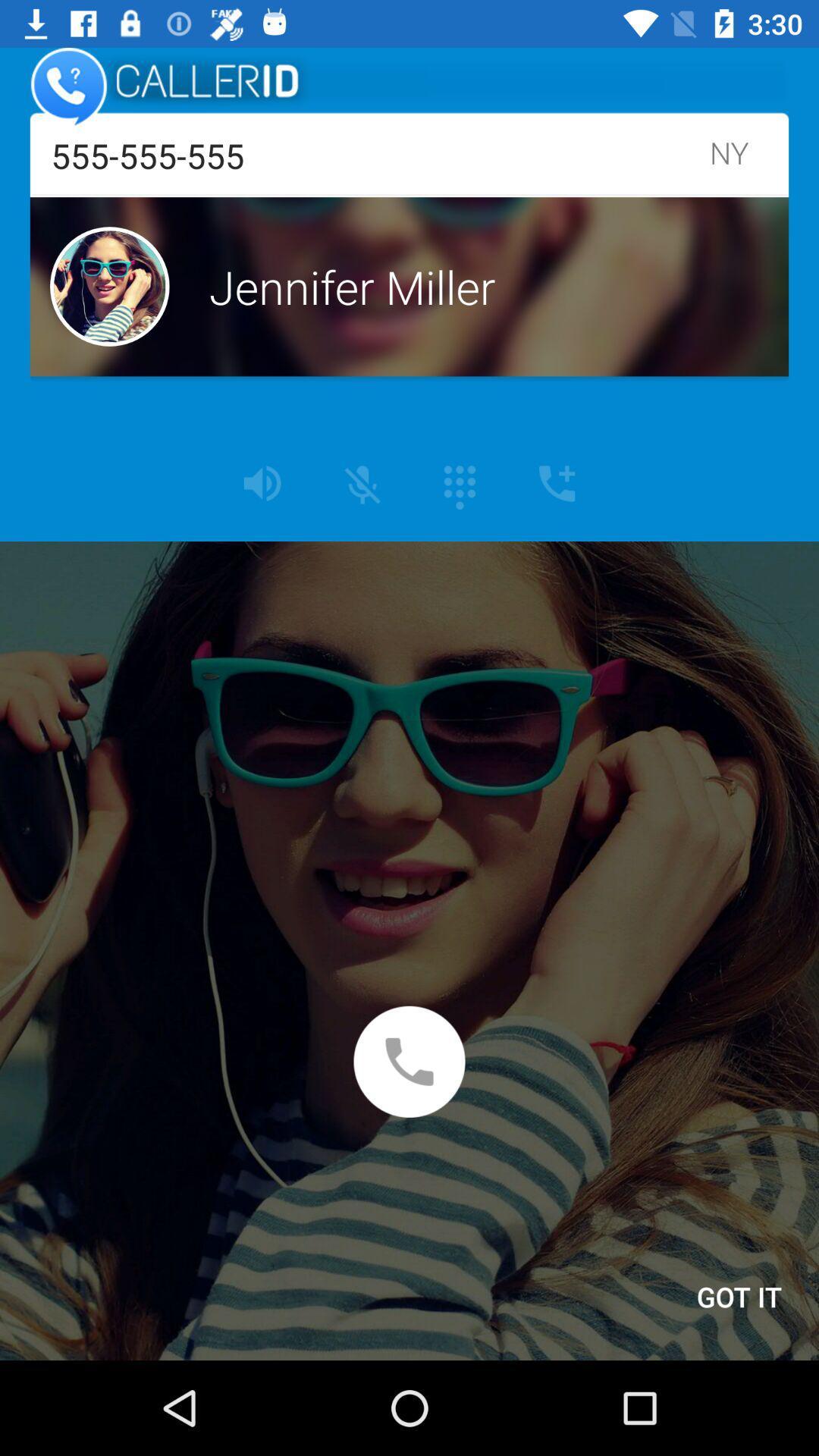 The height and width of the screenshot is (1456, 819). I want to click on the volume icon, so click(262, 482).